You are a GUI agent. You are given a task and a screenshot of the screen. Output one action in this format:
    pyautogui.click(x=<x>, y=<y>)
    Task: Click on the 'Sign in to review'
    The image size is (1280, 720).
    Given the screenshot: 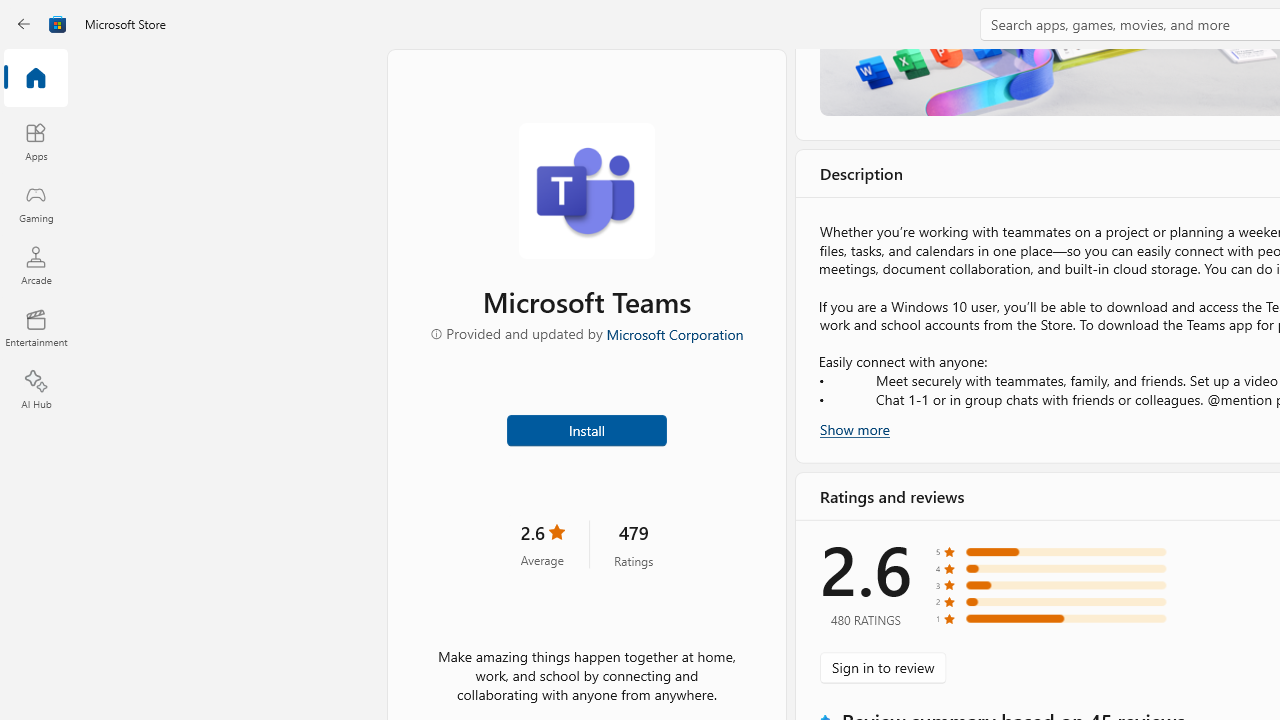 What is the action you would take?
    pyautogui.click(x=882, y=667)
    